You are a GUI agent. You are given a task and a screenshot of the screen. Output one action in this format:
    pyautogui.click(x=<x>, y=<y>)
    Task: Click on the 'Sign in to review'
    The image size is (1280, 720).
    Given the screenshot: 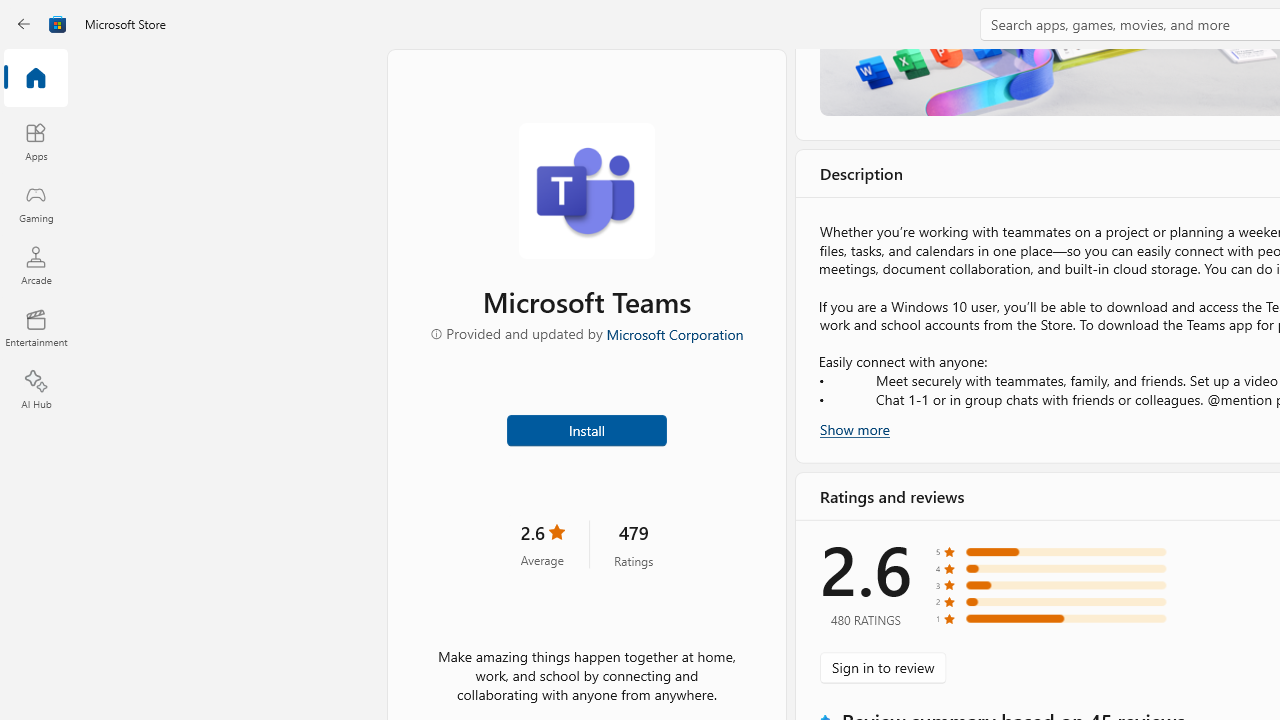 What is the action you would take?
    pyautogui.click(x=882, y=667)
    